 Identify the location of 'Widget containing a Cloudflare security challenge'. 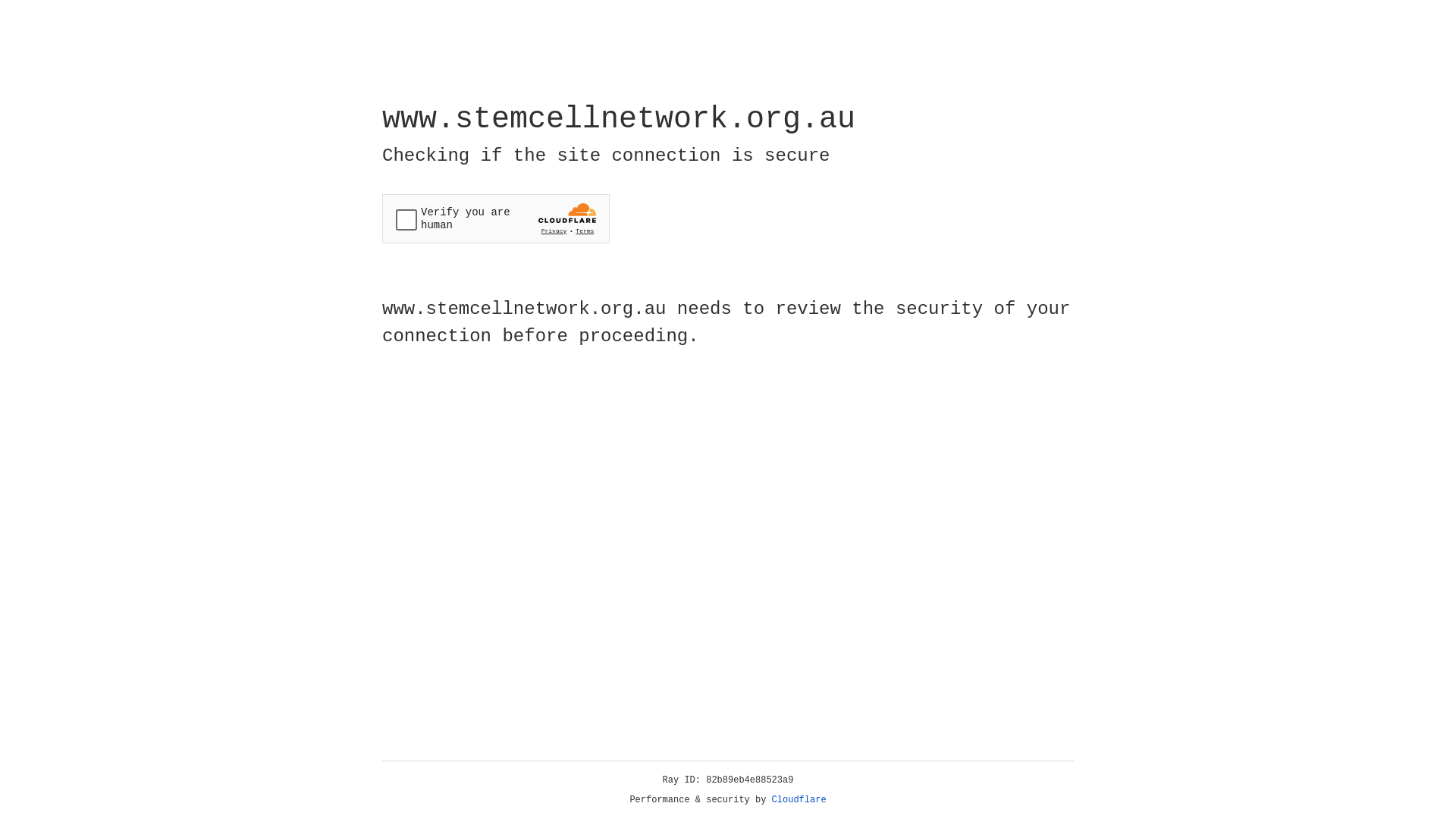
(495, 218).